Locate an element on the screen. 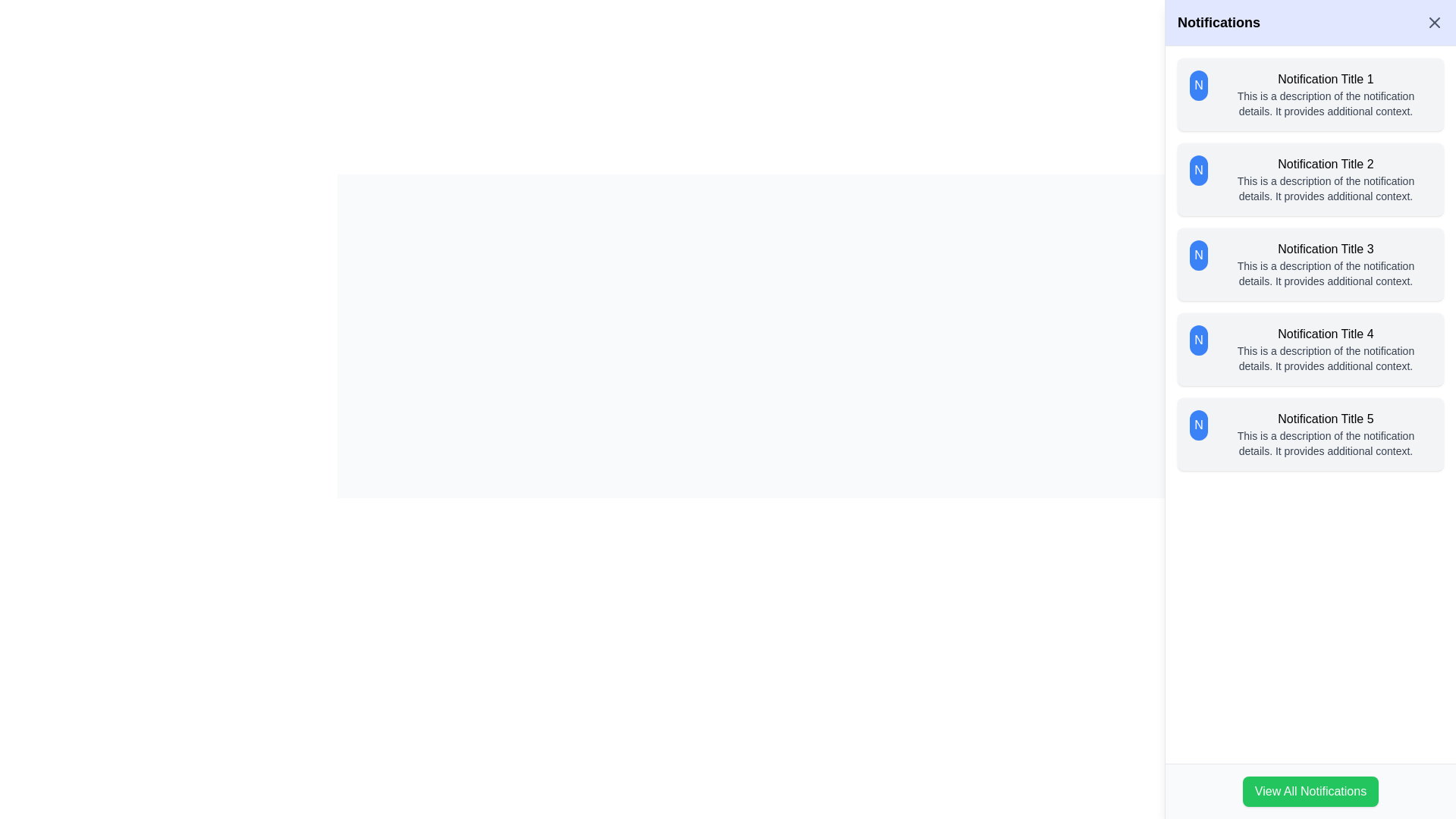  the decorative icon positioned on the left side of the second notification card in the vertical list of notifications is located at coordinates (1197, 170).